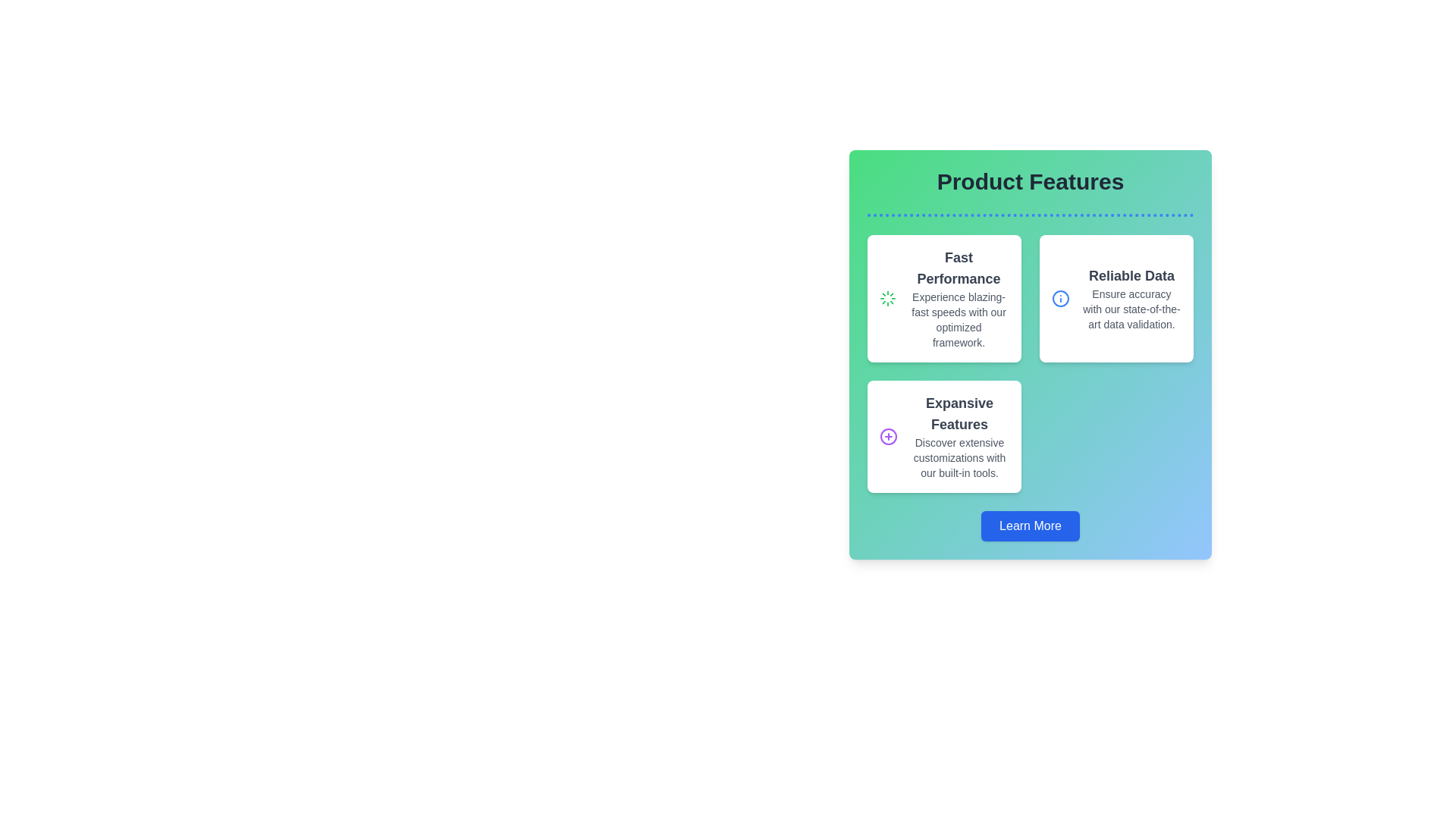  I want to click on the text label styled with bold font and larger size that says 'Reliable Data' located at the top of the rightmost card in the grid layout, so click(1131, 275).